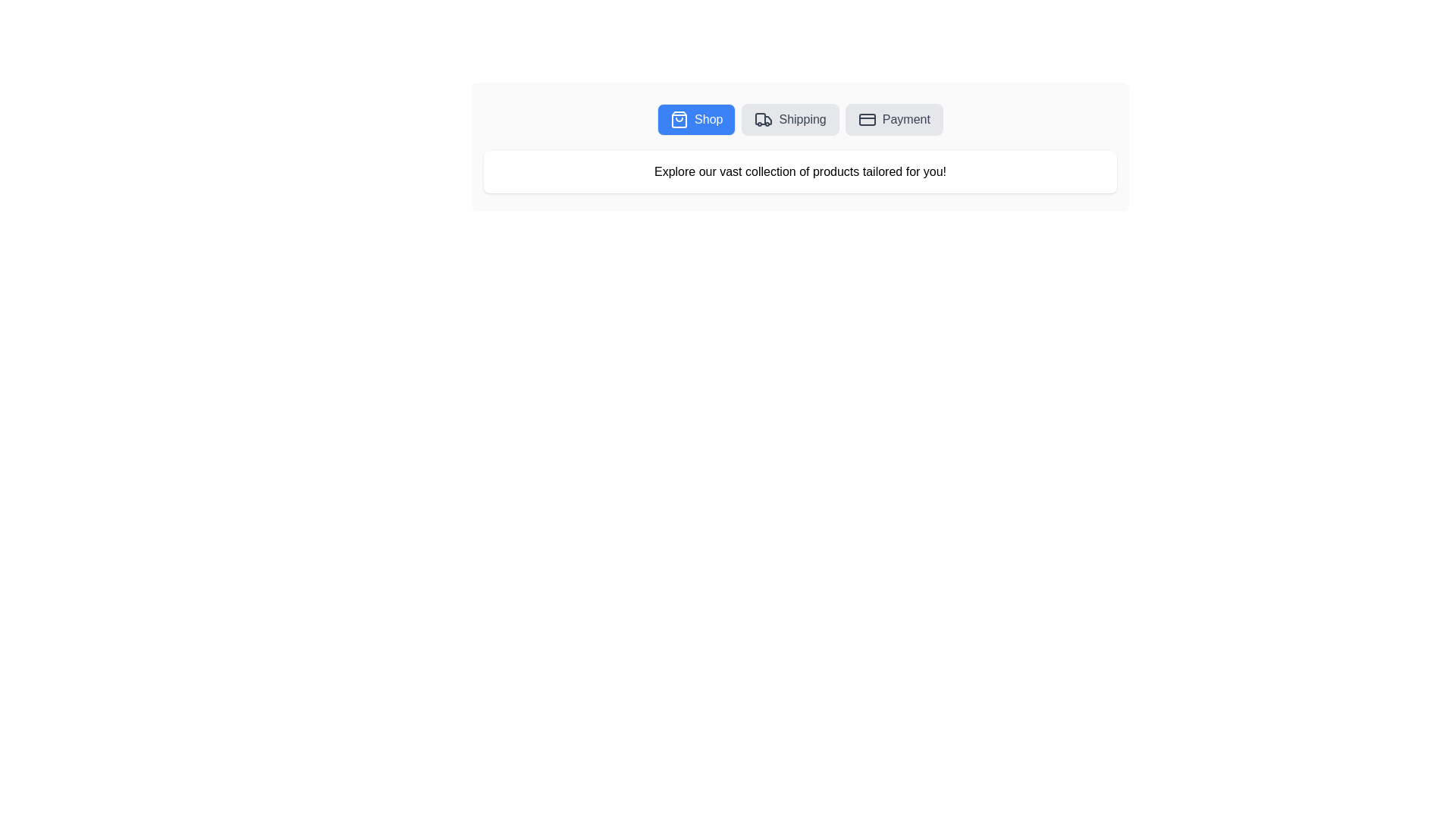  Describe the element at coordinates (695, 119) in the screenshot. I see `the 'Shop' button, which has a blue background and white text with a shopping bag icon` at that location.